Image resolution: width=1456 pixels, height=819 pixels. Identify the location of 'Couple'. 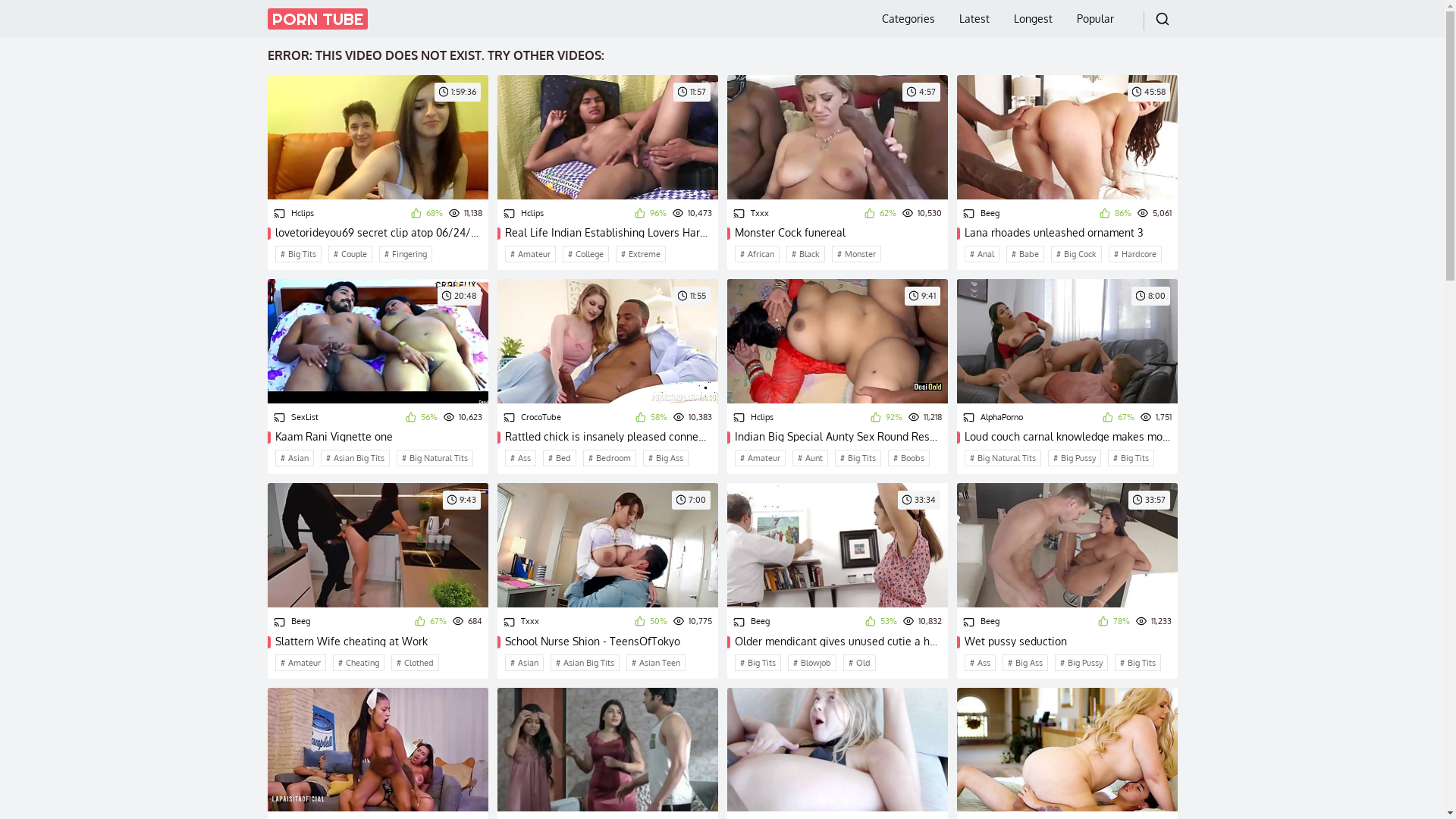
(348, 253).